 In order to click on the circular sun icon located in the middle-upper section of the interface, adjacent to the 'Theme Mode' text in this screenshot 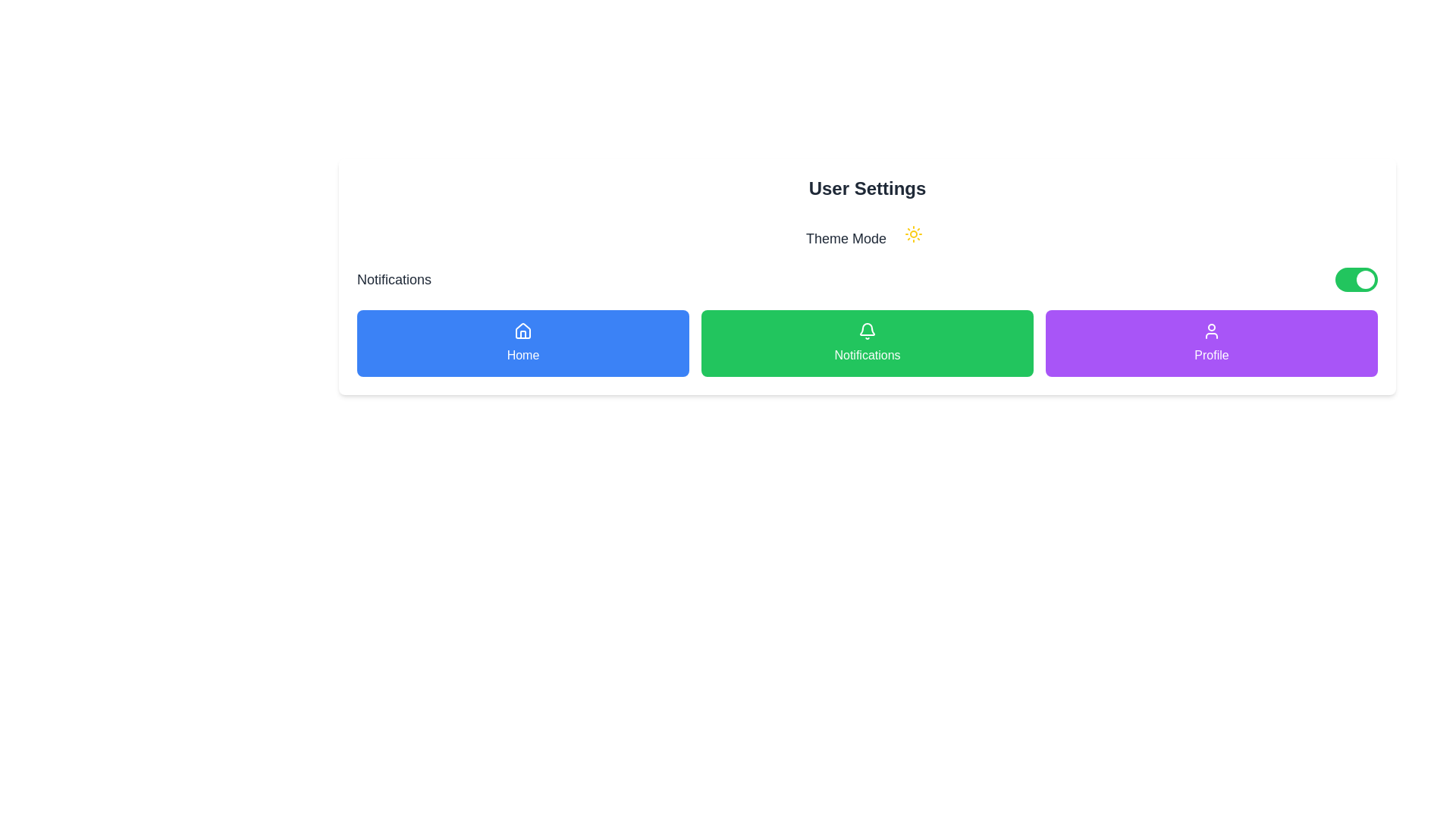, I will do `click(912, 234)`.